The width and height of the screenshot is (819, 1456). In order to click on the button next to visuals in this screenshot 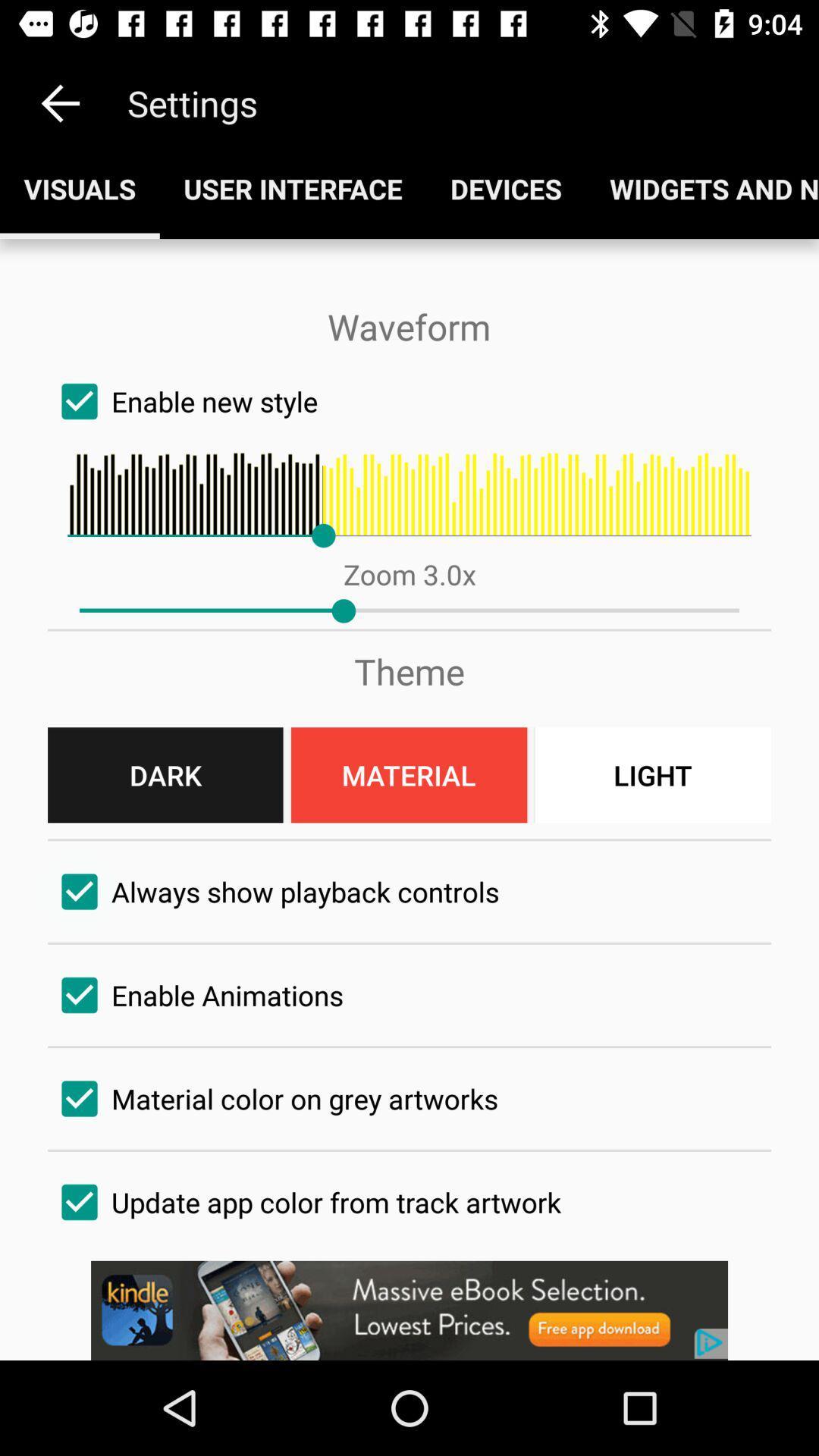, I will do `click(293, 188)`.